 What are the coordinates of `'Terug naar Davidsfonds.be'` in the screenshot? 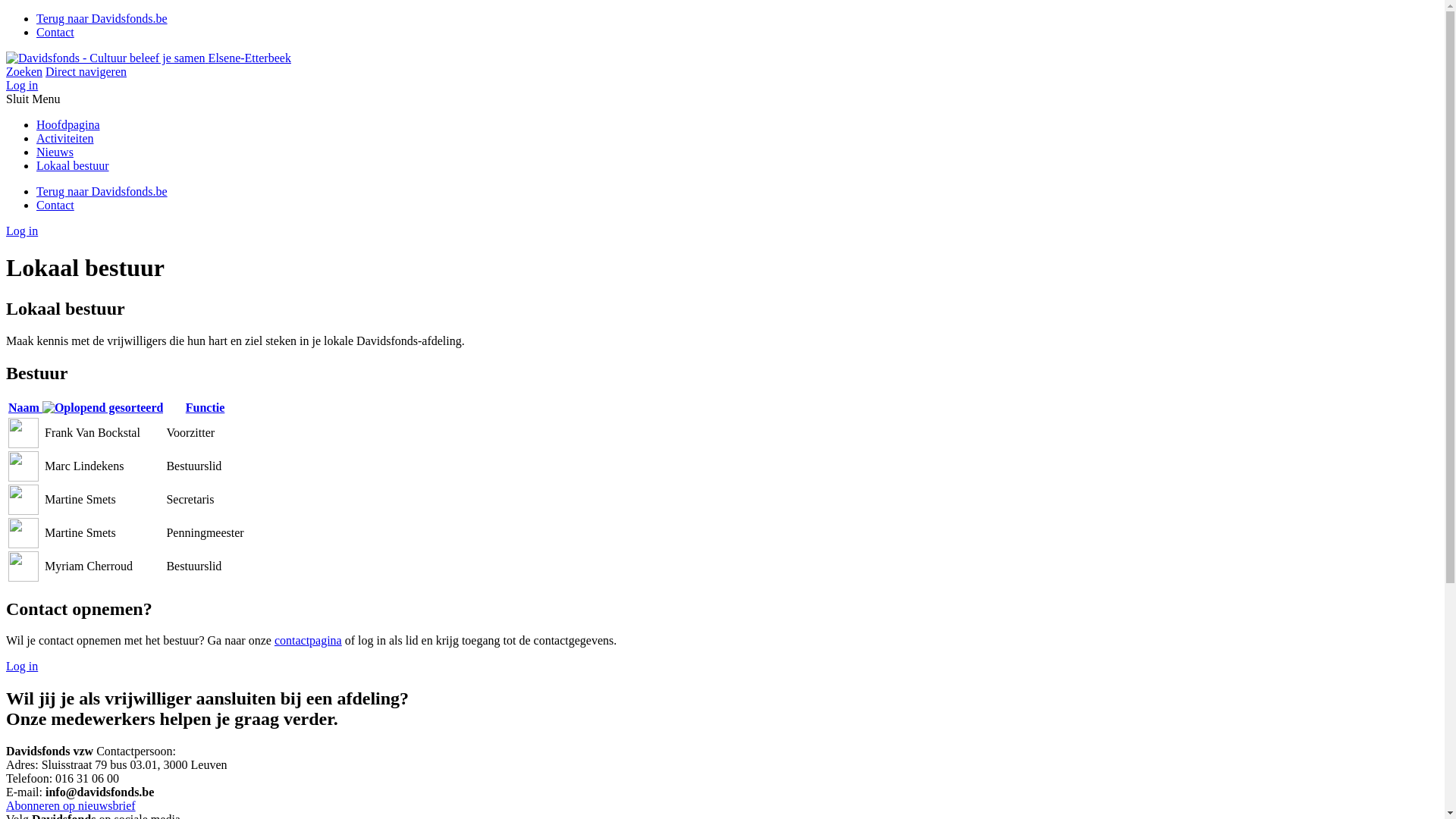 It's located at (36, 190).